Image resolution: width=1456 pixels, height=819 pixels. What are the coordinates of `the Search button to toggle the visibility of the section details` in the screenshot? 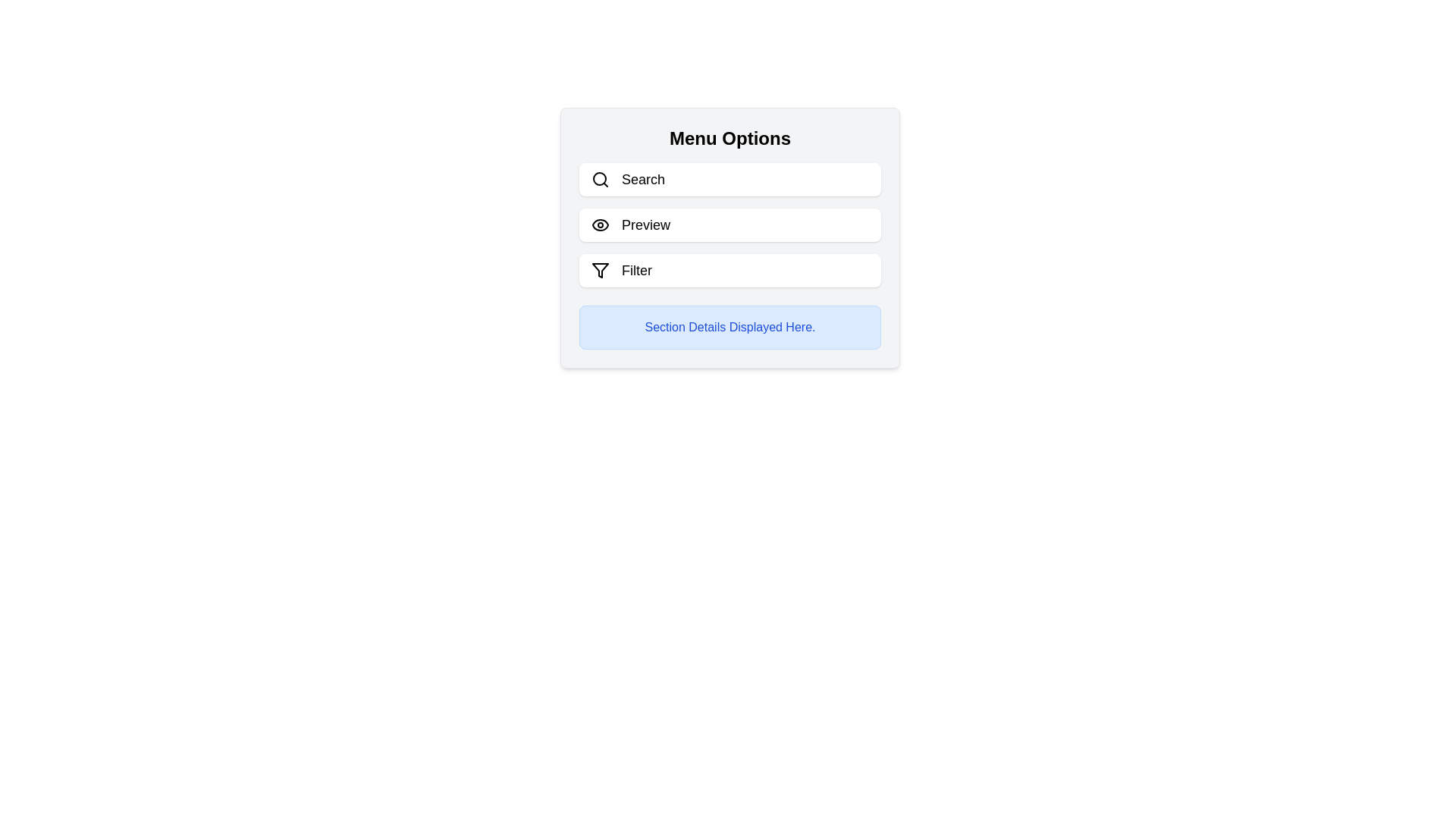 It's located at (730, 178).